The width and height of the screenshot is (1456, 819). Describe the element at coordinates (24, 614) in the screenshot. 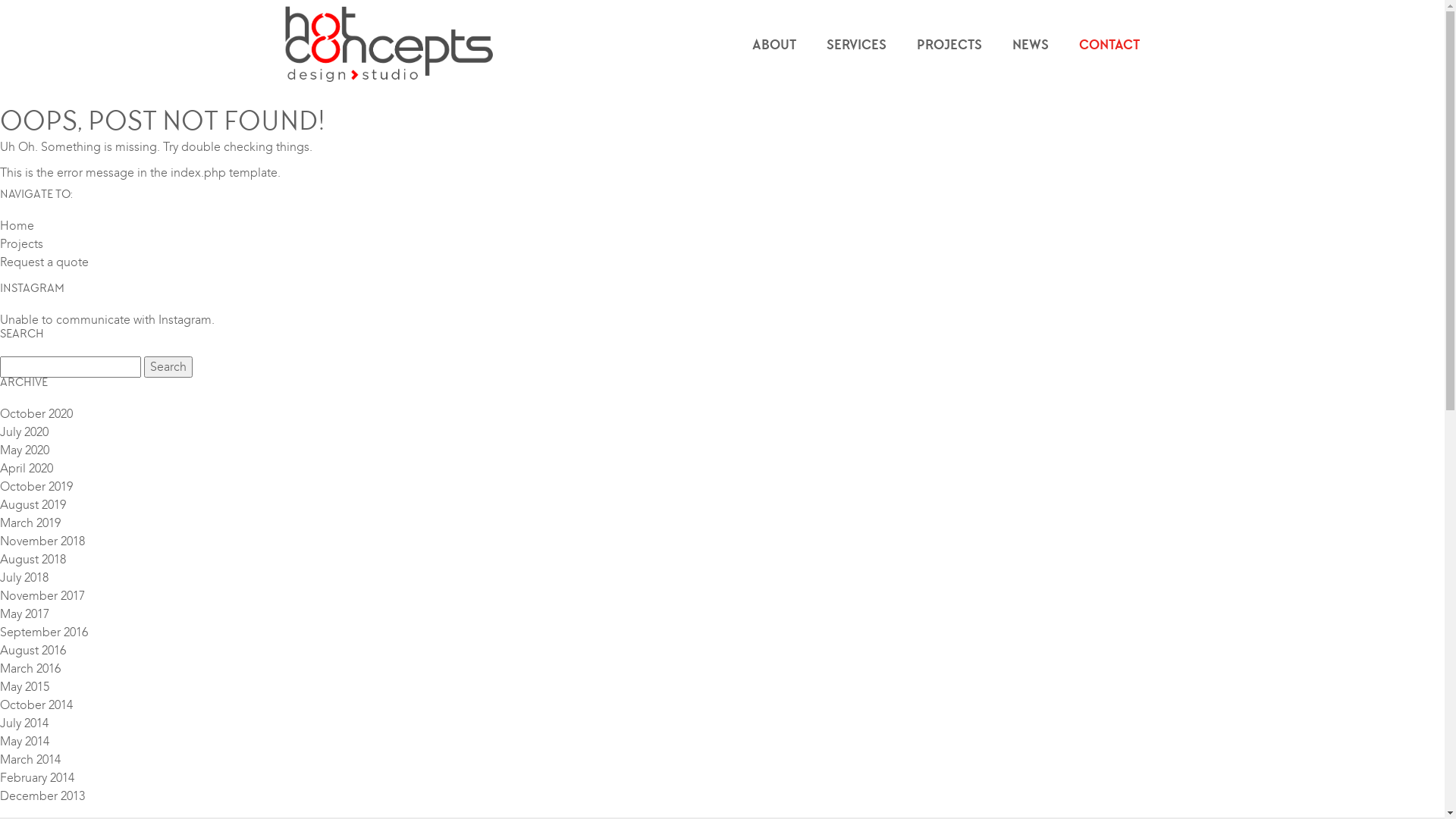

I see `'May 2017'` at that location.